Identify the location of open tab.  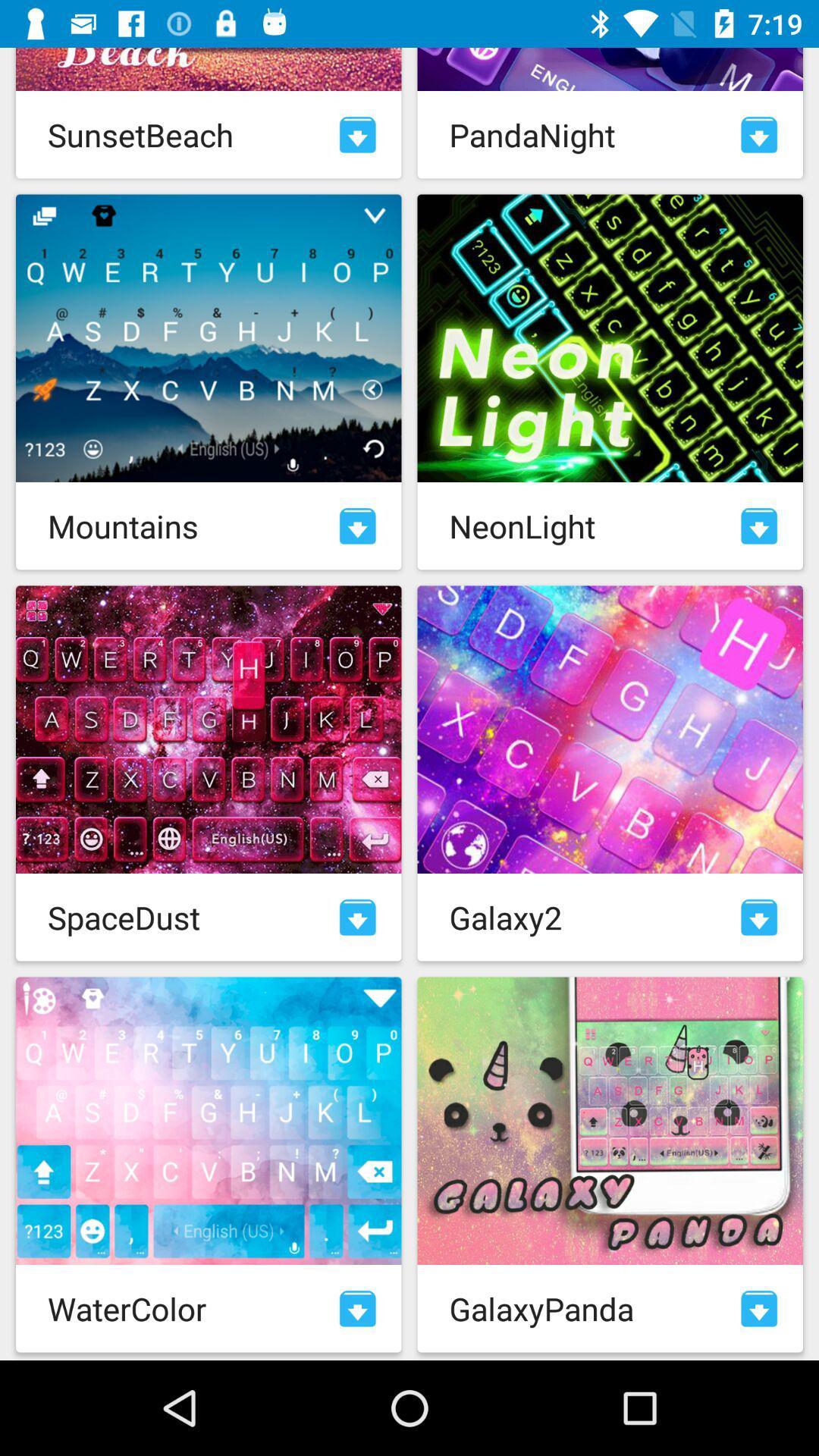
(759, 134).